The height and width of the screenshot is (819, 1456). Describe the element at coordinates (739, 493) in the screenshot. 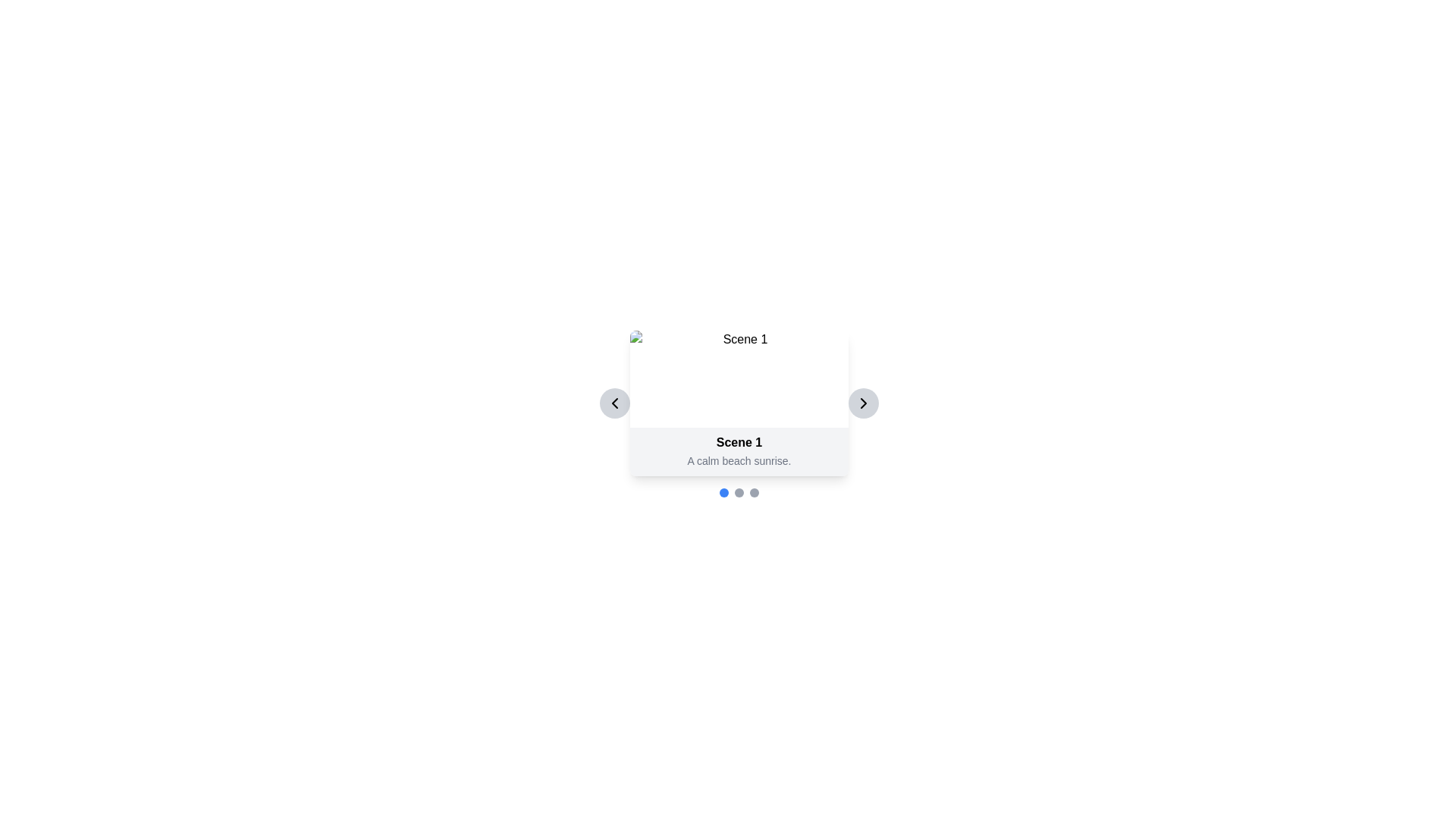

I see `the second interactive navigation indicator button, which is a small circular element with a gray background` at that location.